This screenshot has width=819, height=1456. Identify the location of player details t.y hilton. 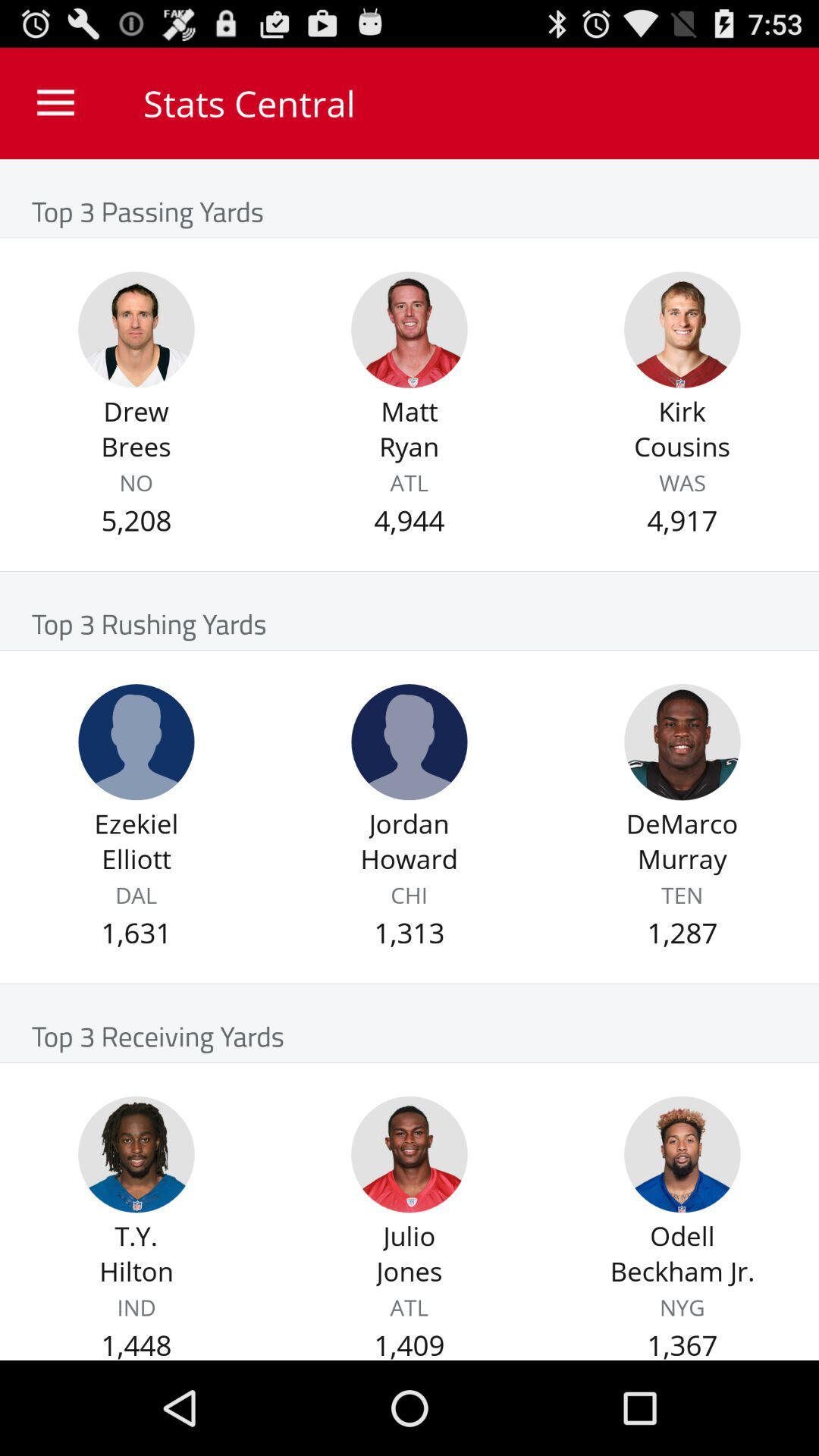
(136, 1153).